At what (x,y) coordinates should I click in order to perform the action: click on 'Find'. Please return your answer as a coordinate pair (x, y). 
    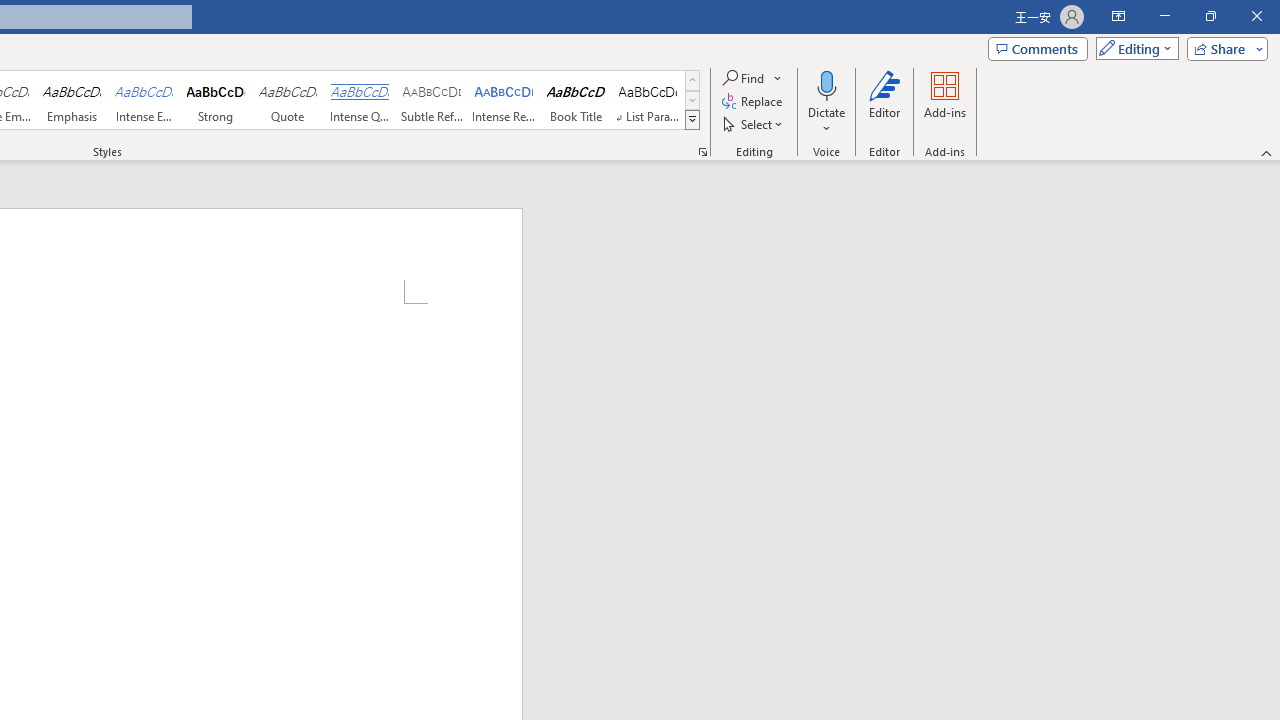
    Looking at the image, I should click on (752, 77).